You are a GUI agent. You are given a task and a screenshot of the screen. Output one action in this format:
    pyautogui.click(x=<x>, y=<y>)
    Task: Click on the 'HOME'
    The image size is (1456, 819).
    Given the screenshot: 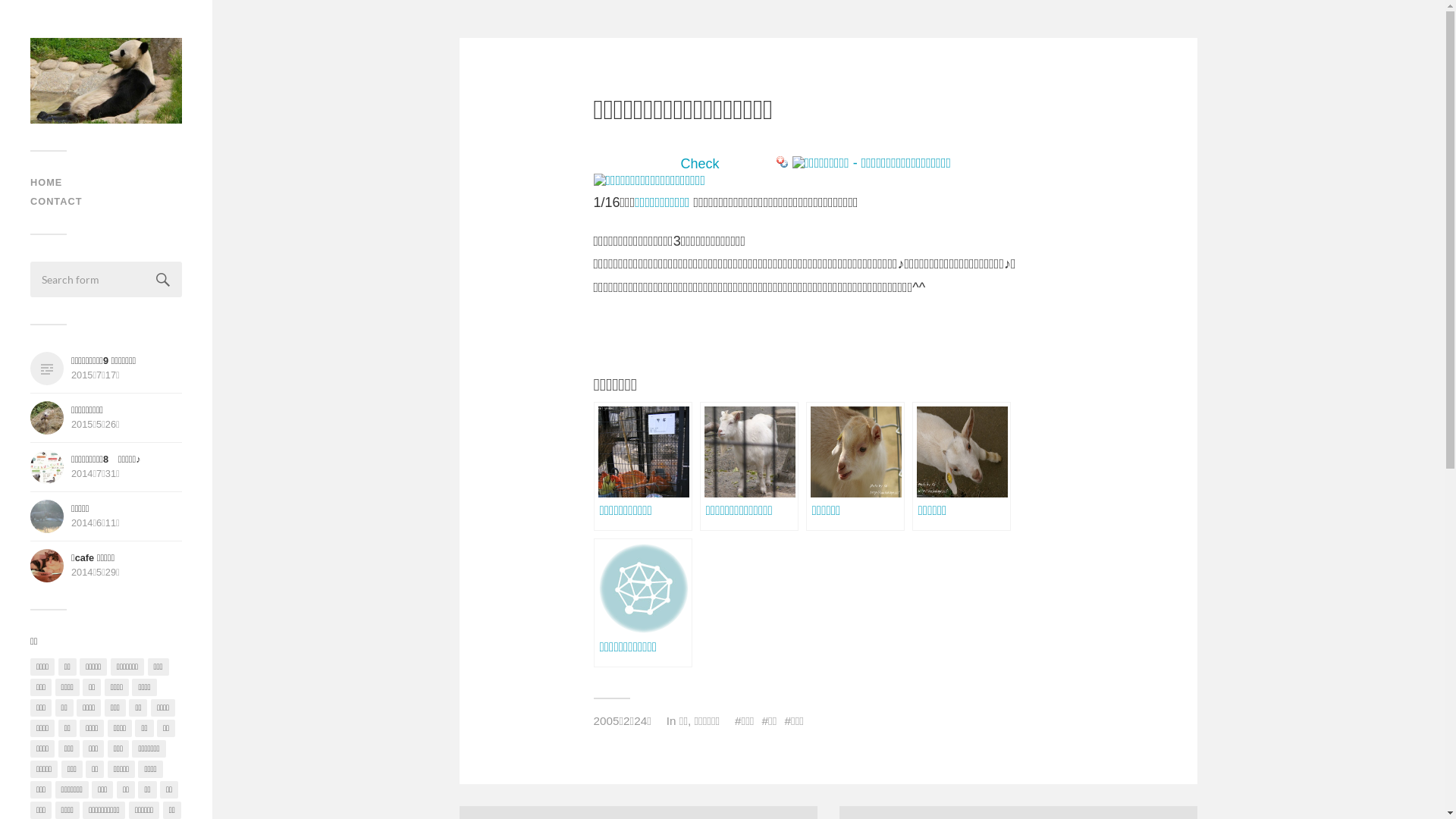 What is the action you would take?
    pyautogui.click(x=30, y=180)
    